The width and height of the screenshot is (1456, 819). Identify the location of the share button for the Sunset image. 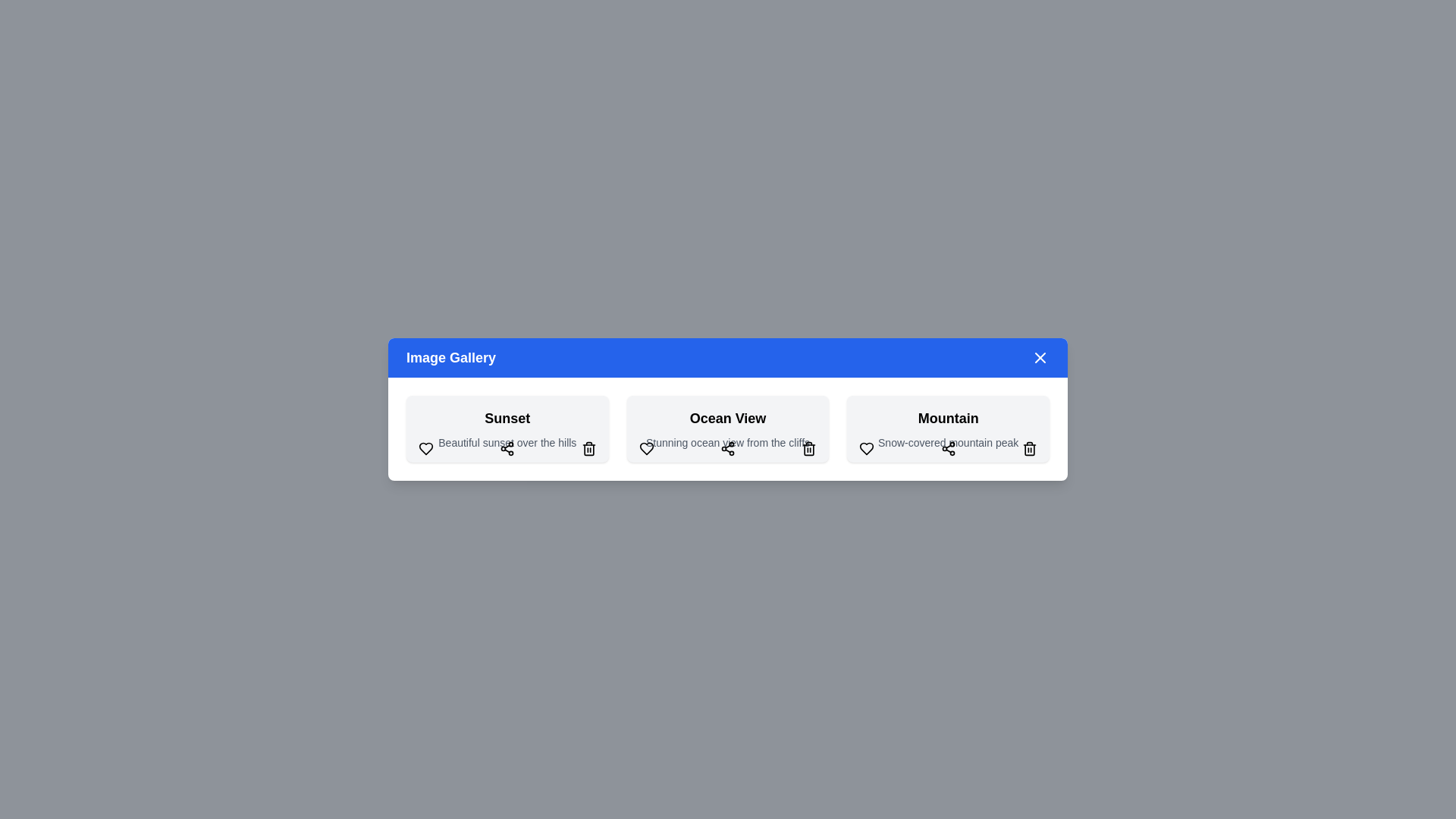
(507, 447).